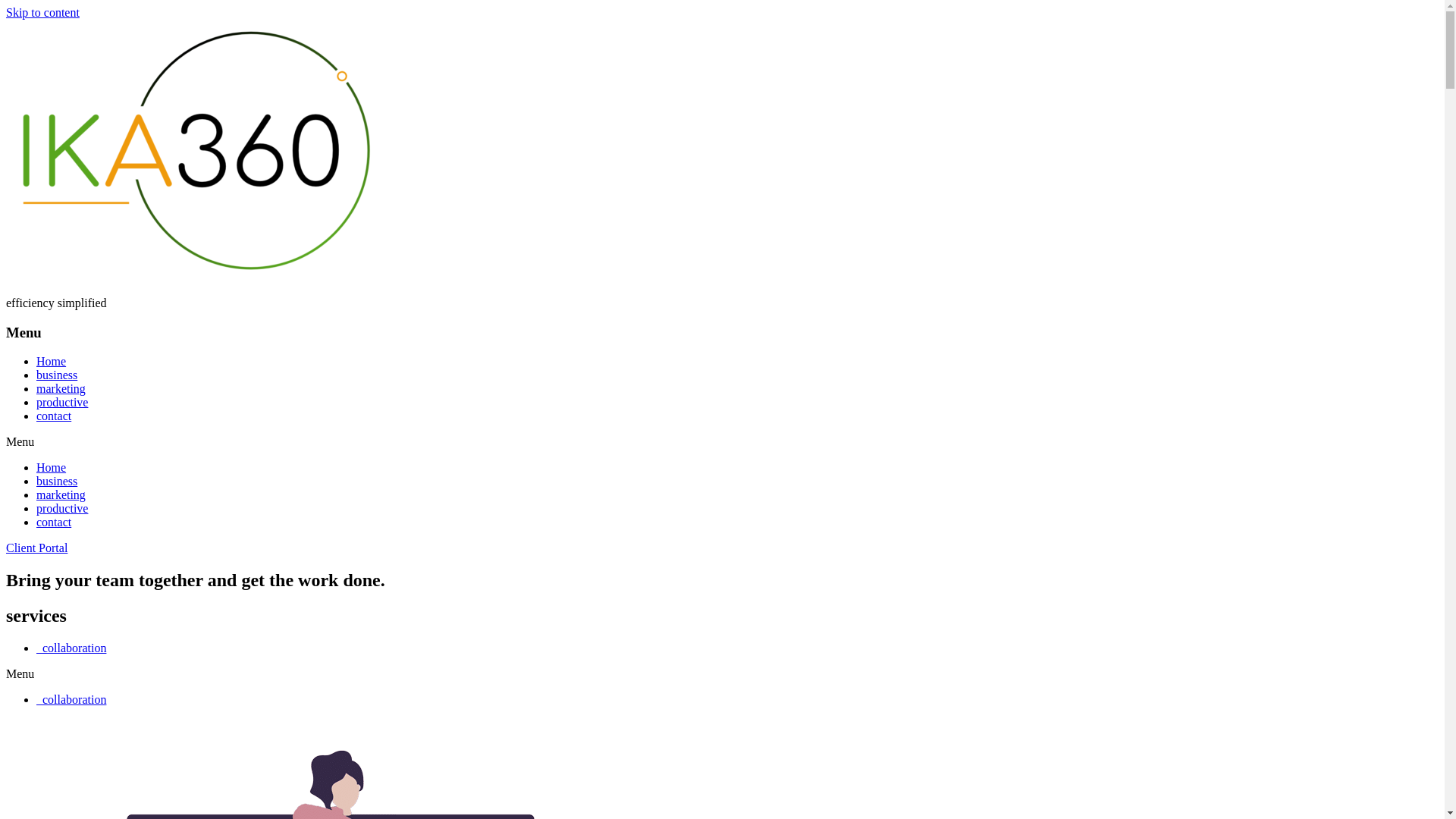  I want to click on 'Home', so click(51, 466).